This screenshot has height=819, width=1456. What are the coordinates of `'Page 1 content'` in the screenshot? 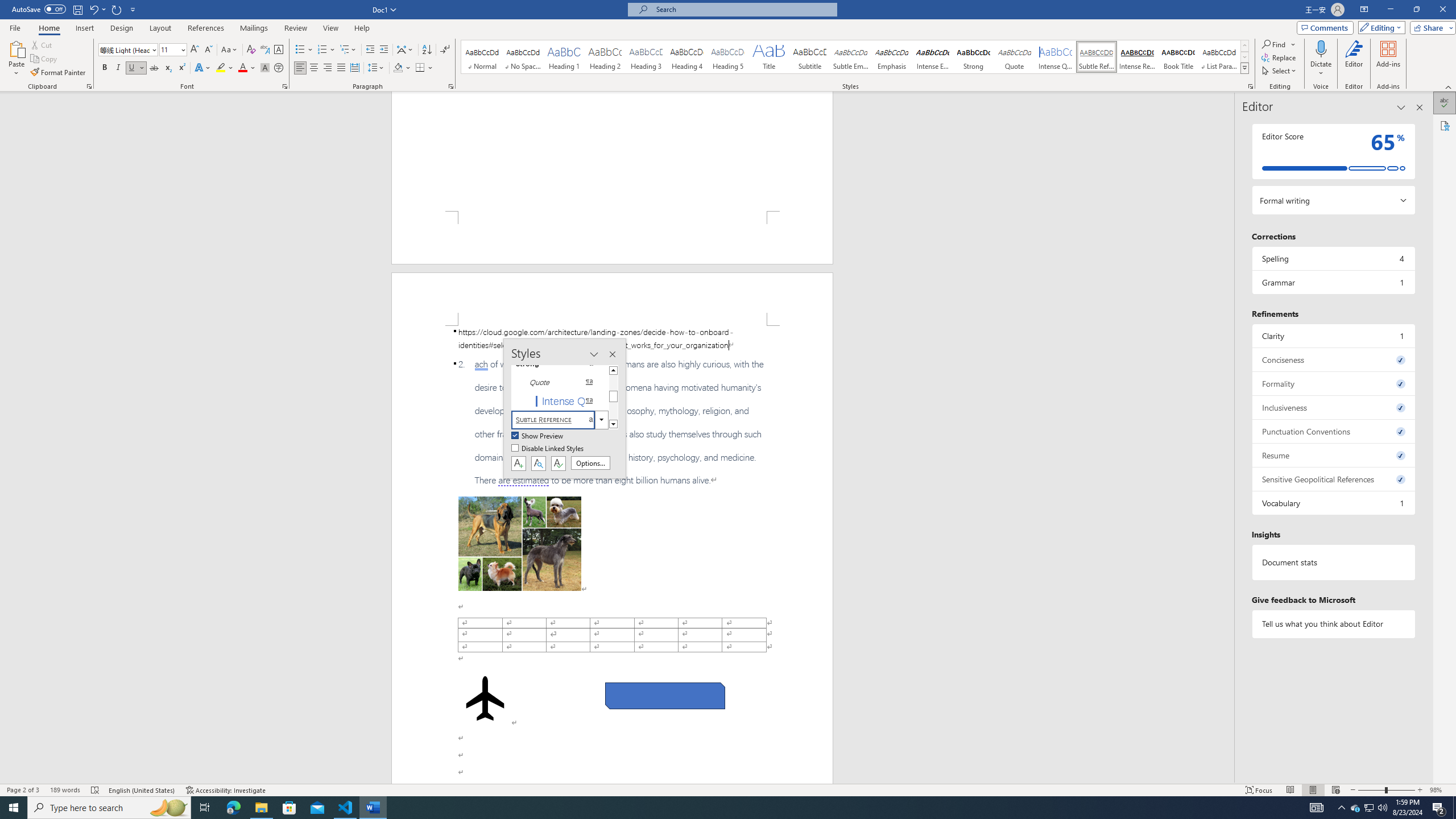 It's located at (612, 151).